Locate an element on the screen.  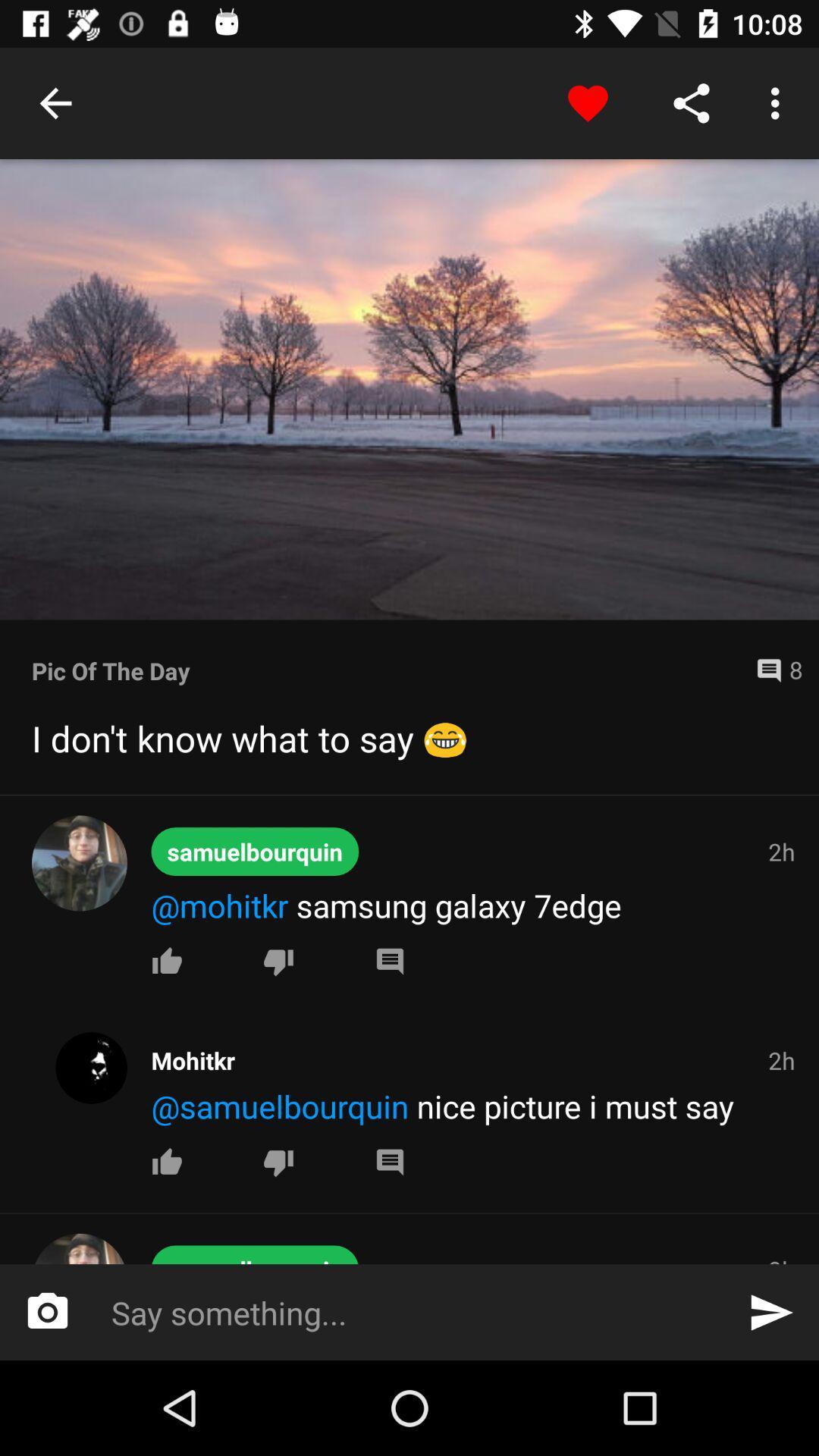
the i don t is located at coordinates (409, 738).